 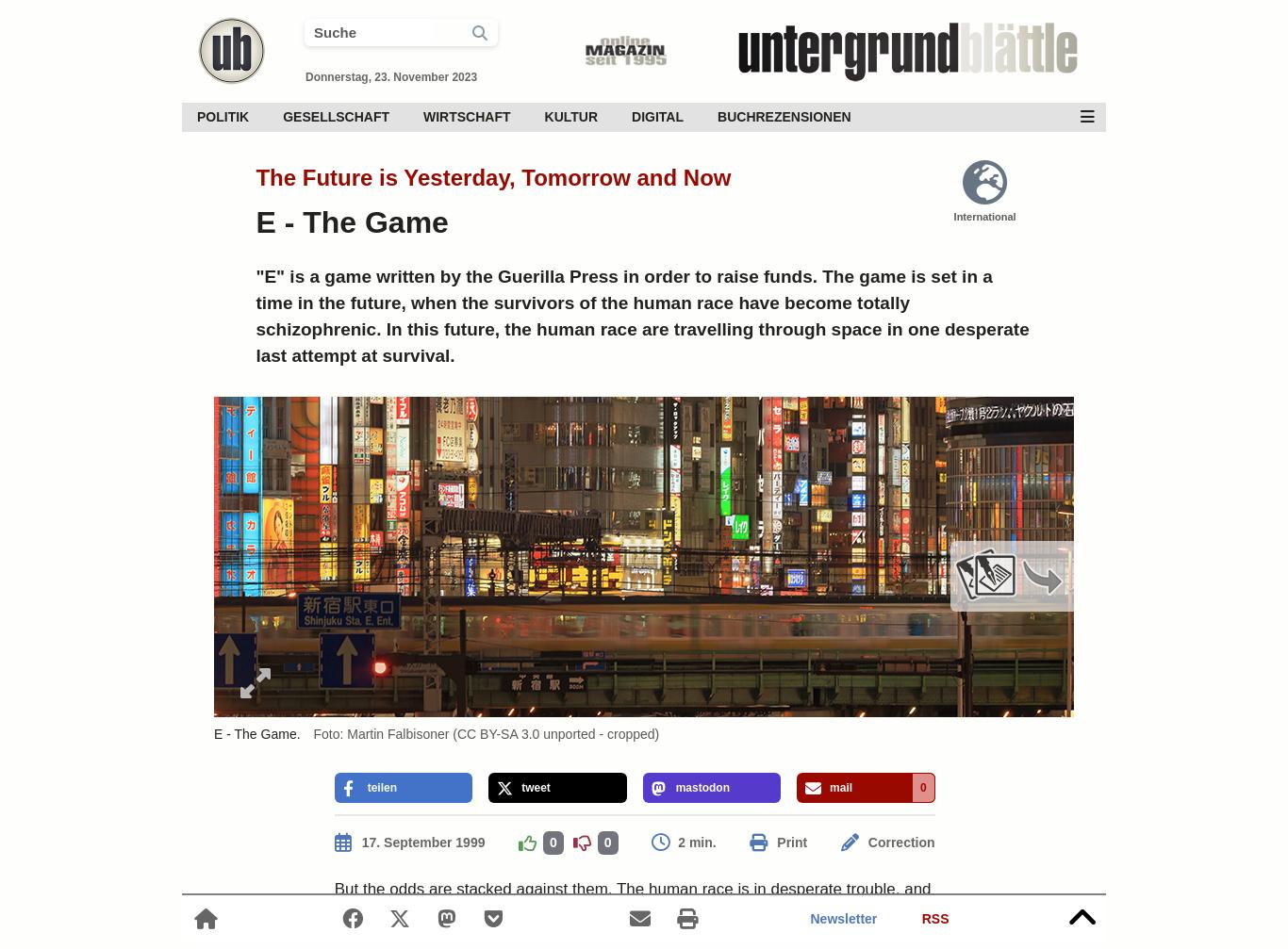 What do you see at coordinates (449, 733) in the screenshot?
I see `'(CC BY-SA 3.0 unported - cropped)'` at bounding box center [449, 733].